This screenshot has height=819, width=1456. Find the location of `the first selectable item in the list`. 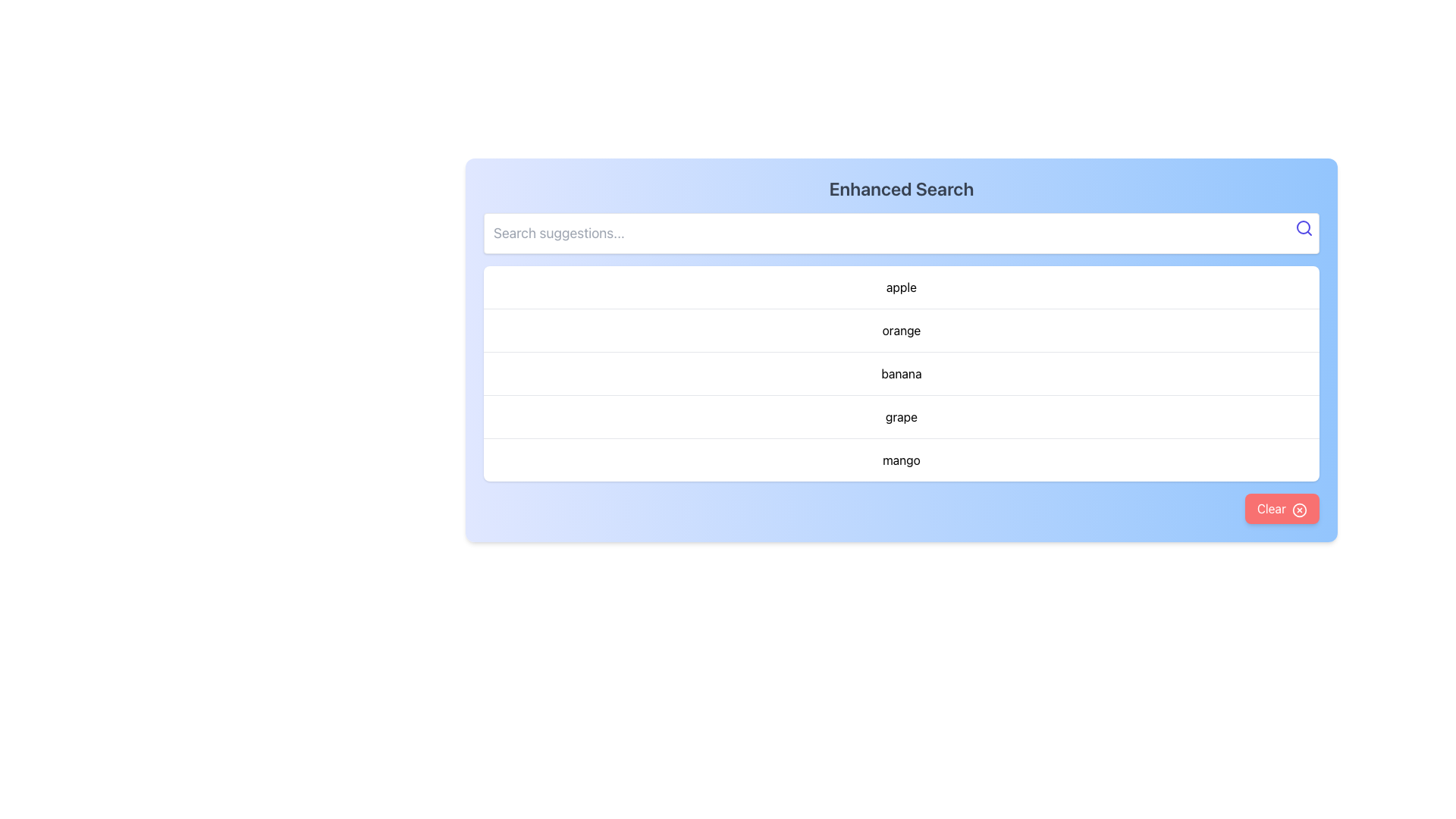

the first selectable item in the list is located at coordinates (902, 287).